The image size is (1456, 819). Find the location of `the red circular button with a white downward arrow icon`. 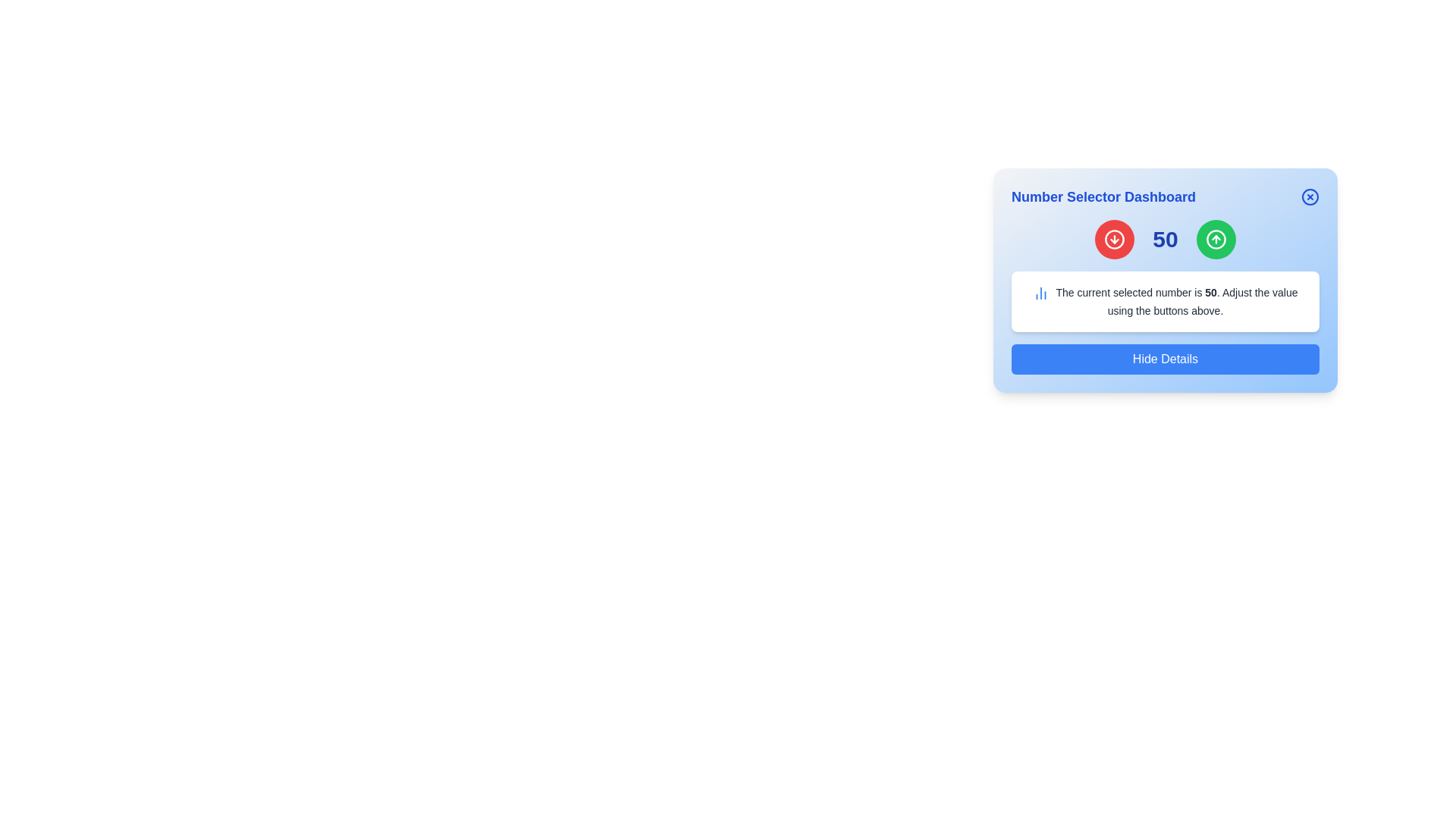

the red circular button with a white downward arrow icon is located at coordinates (1115, 239).